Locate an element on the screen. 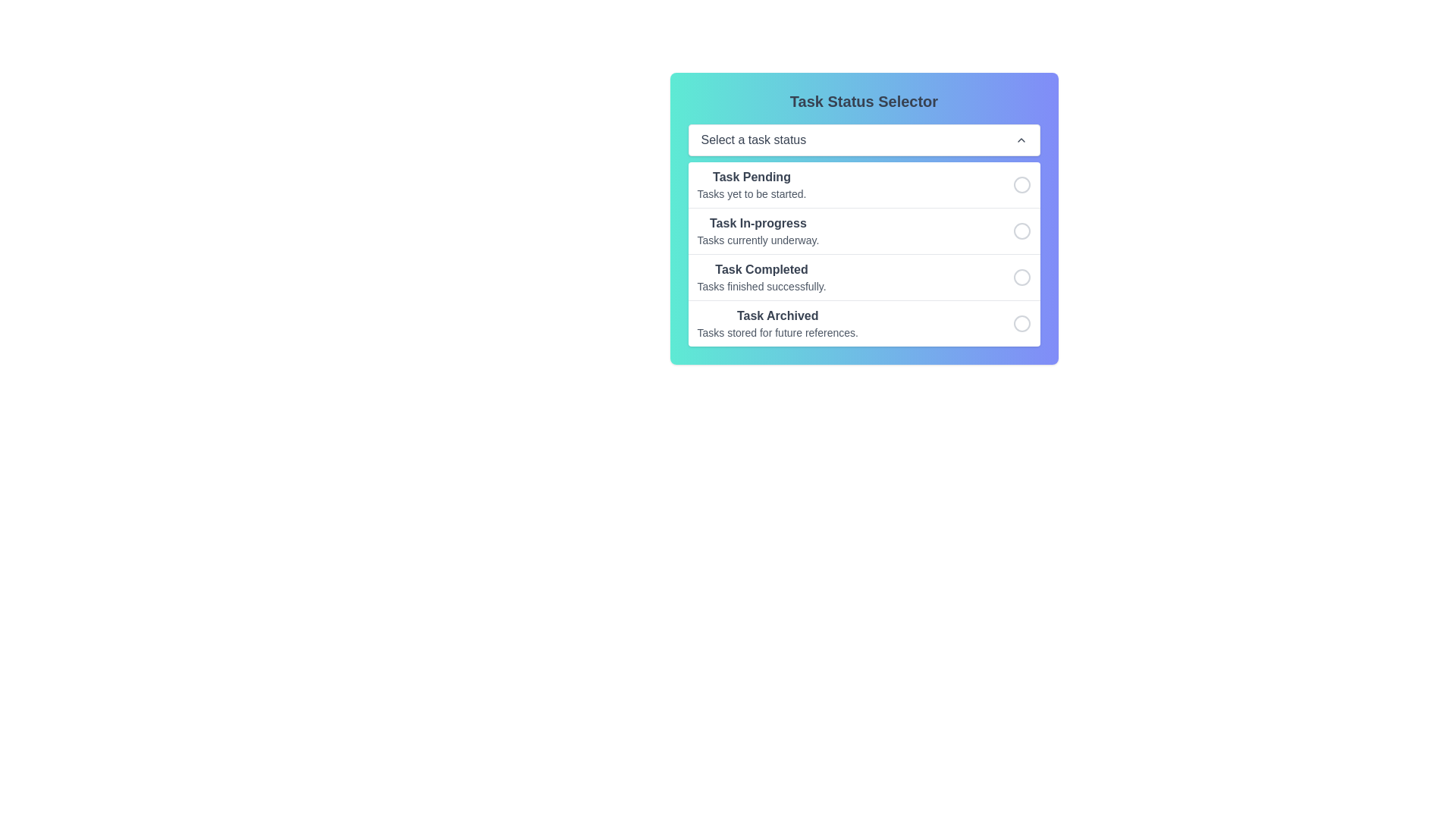  the circular radio button next to 'Task Archived', which is unselected and has a thin border is located at coordinates (1021, 323).